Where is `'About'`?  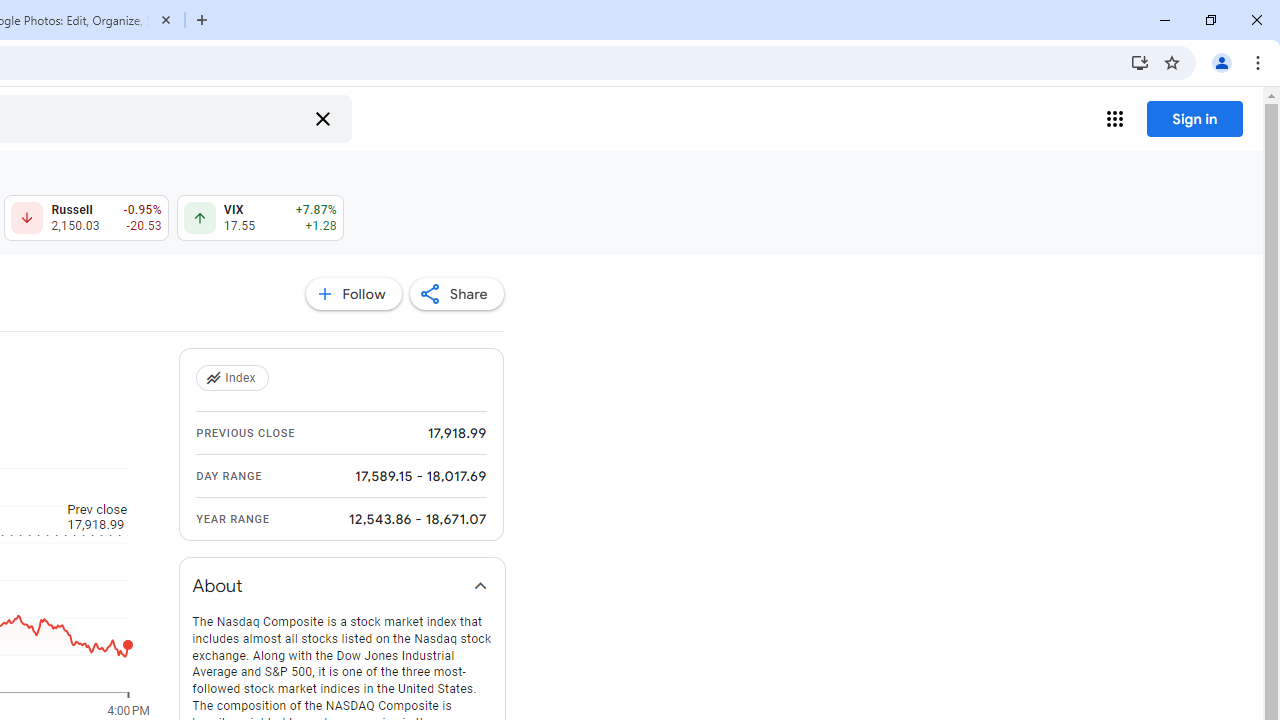
'About' is located at coordinates (342, 585).